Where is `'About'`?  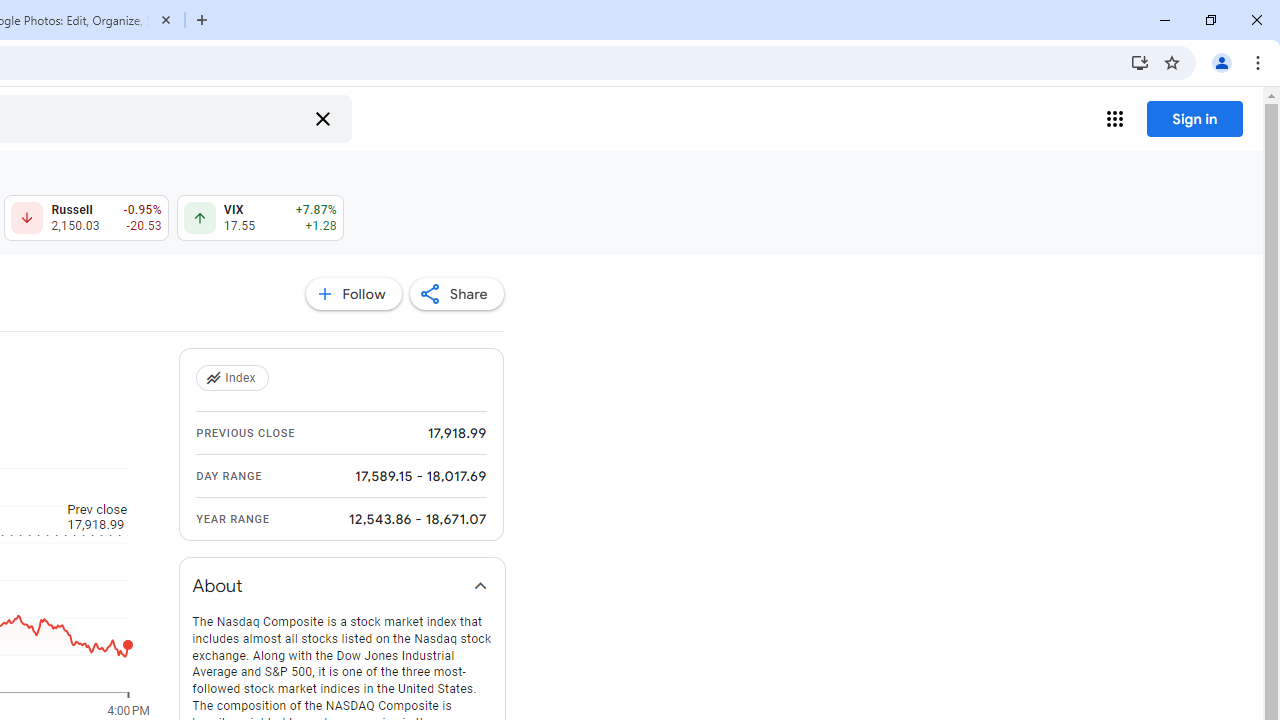
'About' is located at coordinates (342, 585).